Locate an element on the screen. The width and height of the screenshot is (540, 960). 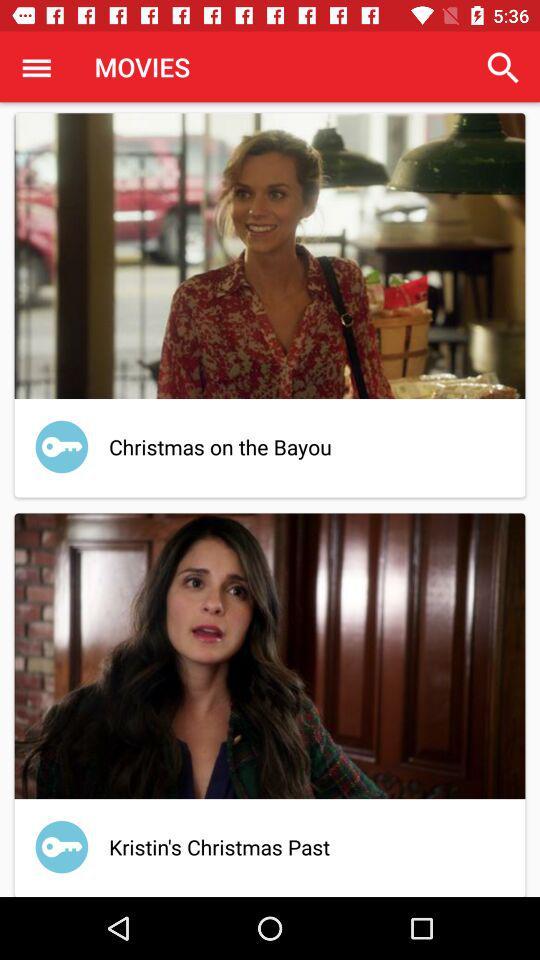
the item next to the movies item is located at coordinates (502, 67).